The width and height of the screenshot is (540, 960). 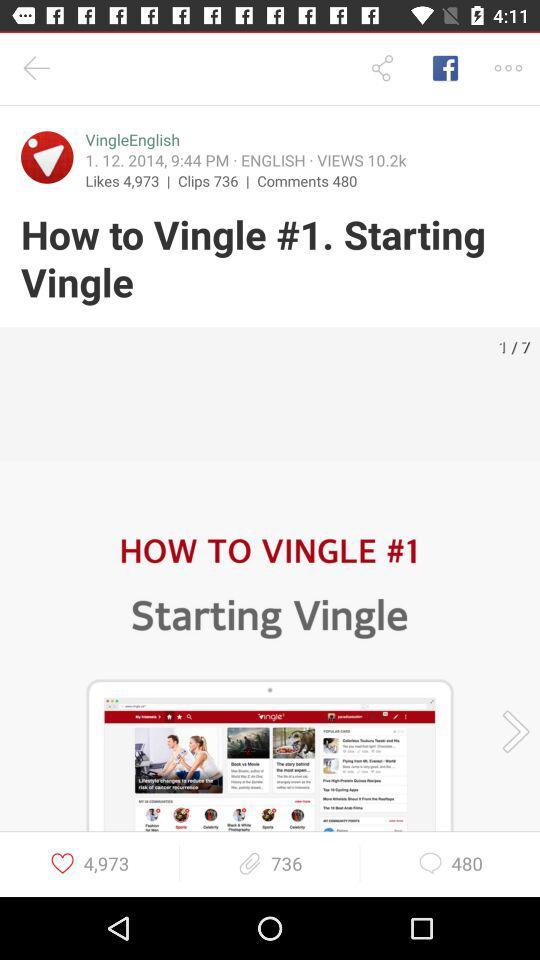 I want to click on clips 736  |, so click(x=216, y=179).